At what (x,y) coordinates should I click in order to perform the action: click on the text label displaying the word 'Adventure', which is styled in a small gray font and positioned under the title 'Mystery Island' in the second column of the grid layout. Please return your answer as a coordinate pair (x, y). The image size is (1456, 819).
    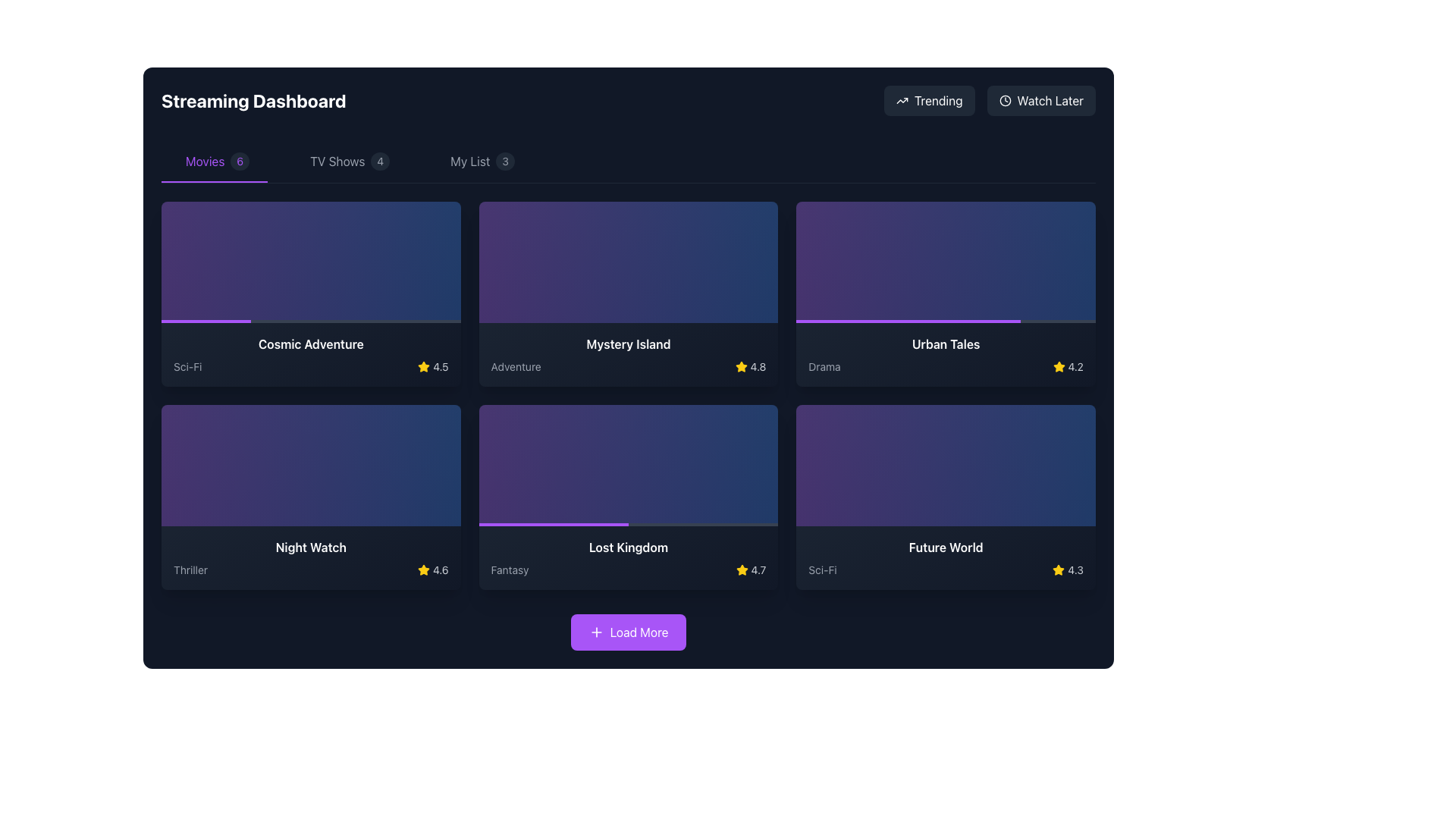
    Looking at the image, I should click on (516, 366).